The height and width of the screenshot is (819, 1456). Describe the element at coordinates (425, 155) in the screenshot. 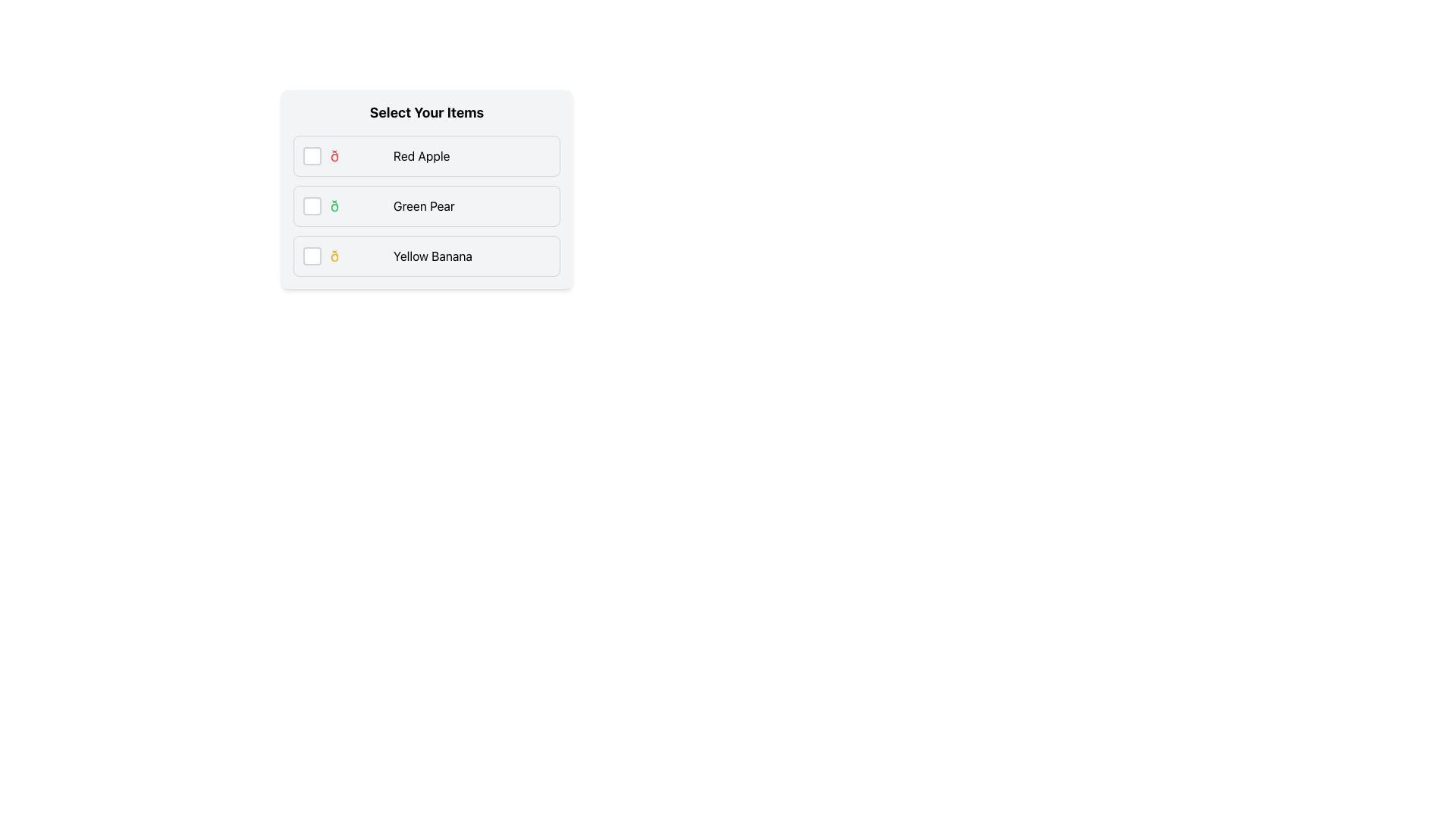

I see `the first checkbox option labeled 'Red Apple'` at that location.